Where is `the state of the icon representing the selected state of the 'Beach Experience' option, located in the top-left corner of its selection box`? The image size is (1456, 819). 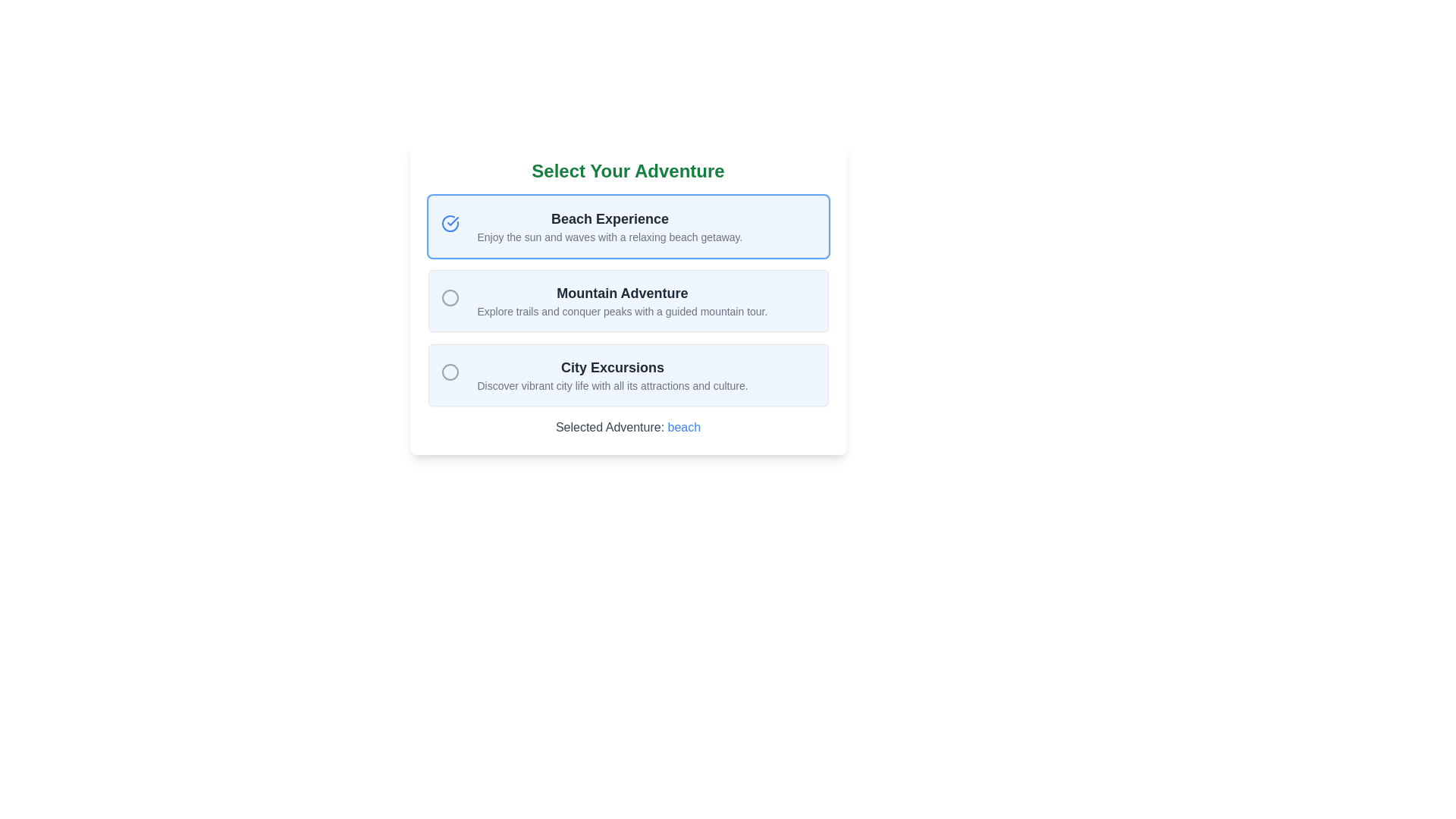
the state of the icon representing the selected state of the 'Beach Experience' option, located in the top-left corner of its selection box is located at coordinates (449, 223).